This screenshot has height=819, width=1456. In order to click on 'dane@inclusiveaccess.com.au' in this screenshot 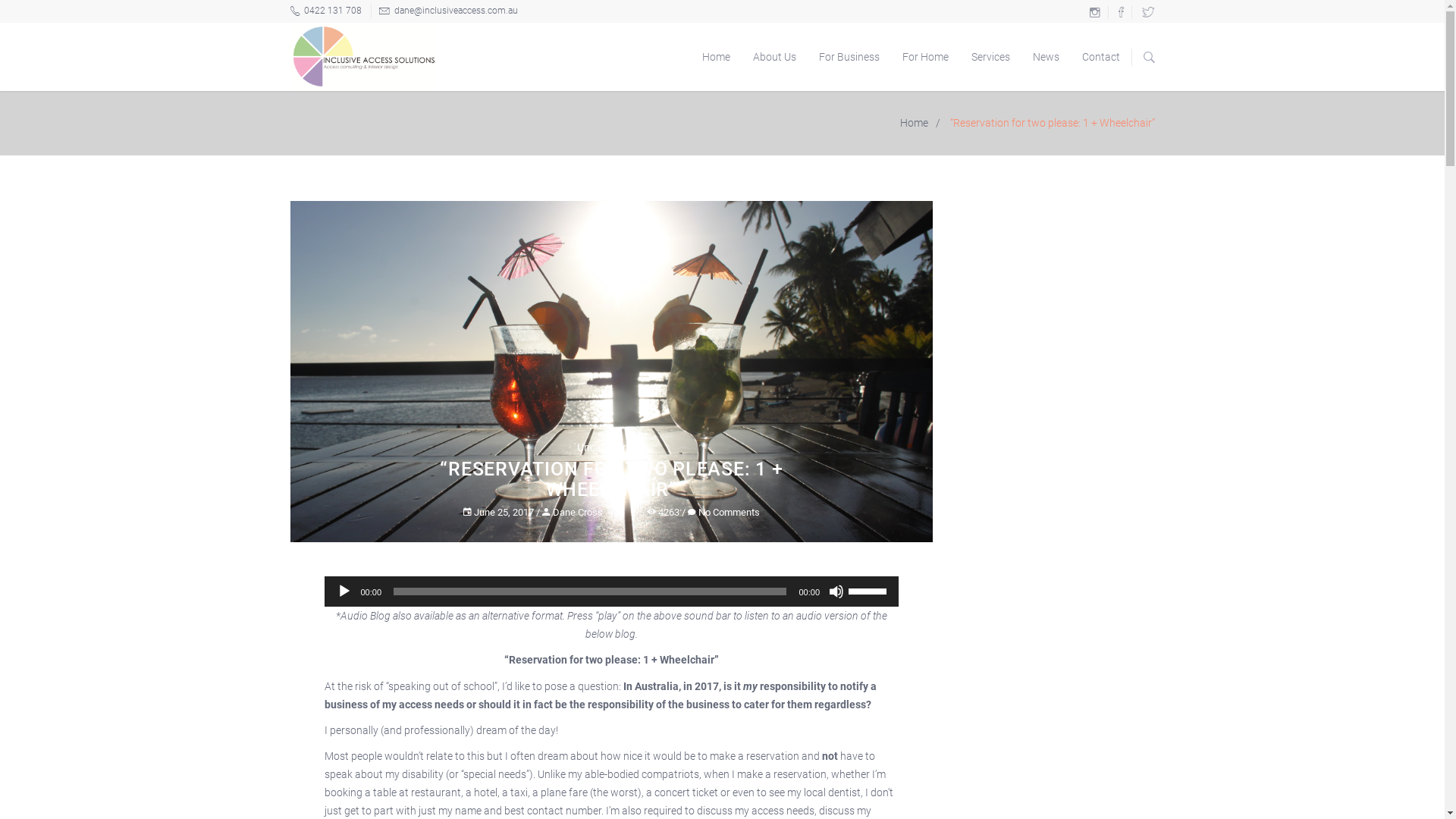, I will do `click(370, 11)`.